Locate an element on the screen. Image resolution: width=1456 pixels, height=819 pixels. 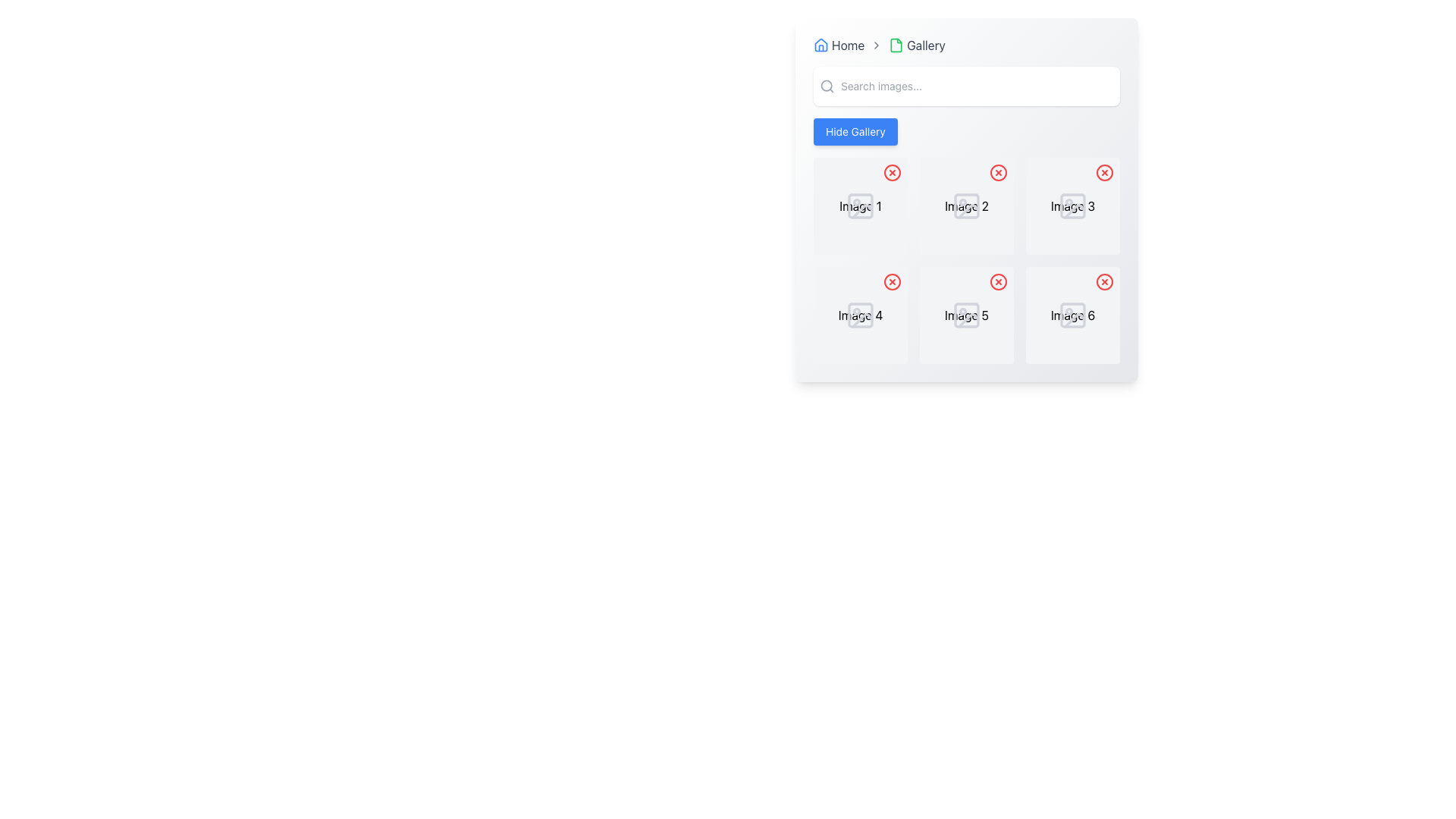
the associated image details for the Text label indicating 'Image 1', located at the top-left corner of the gallery section is located at coordinates (860, 206).